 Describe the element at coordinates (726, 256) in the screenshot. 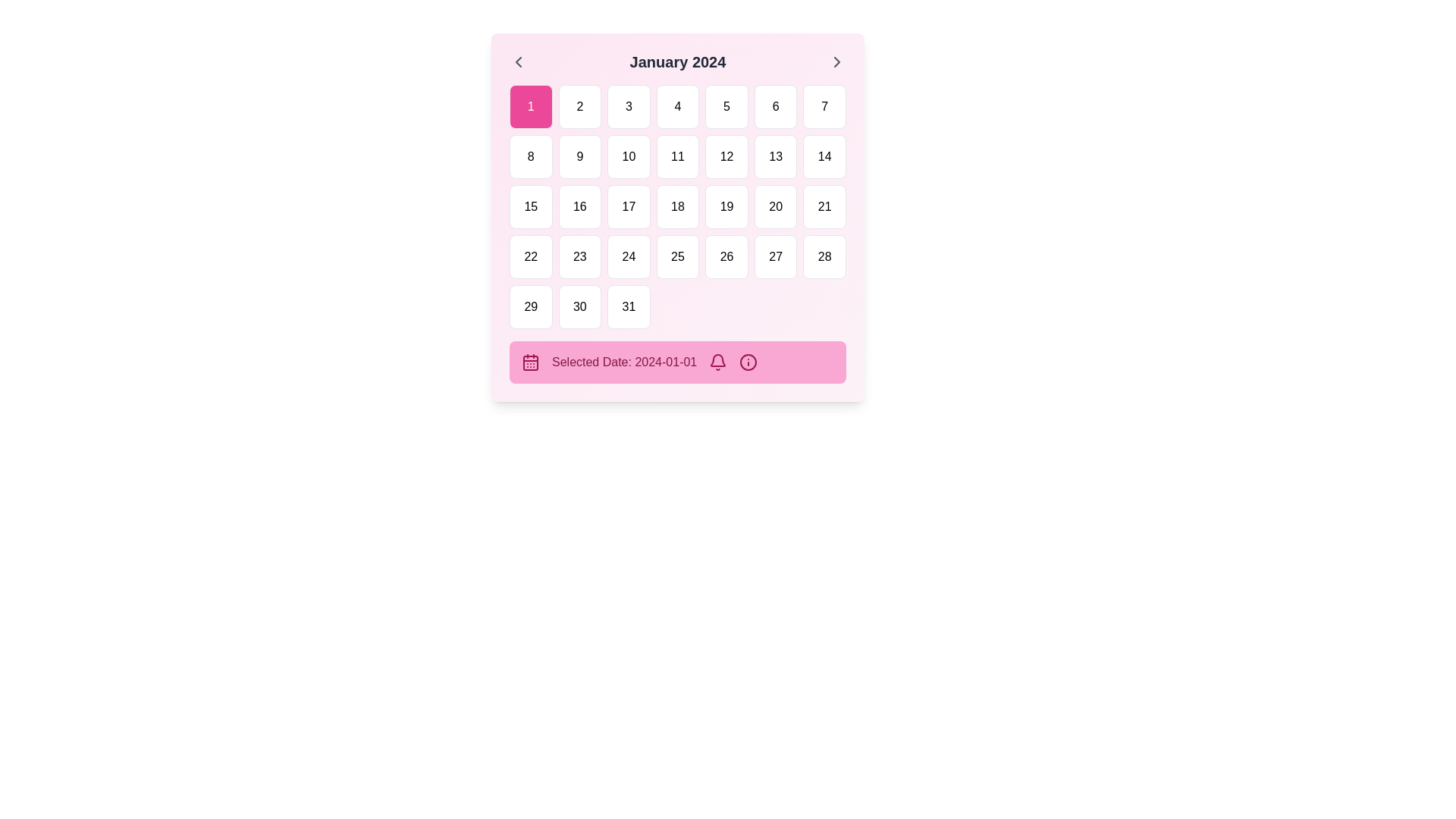

I see `the button representing the 26th day in the January 2024 calendar grid` at that location.